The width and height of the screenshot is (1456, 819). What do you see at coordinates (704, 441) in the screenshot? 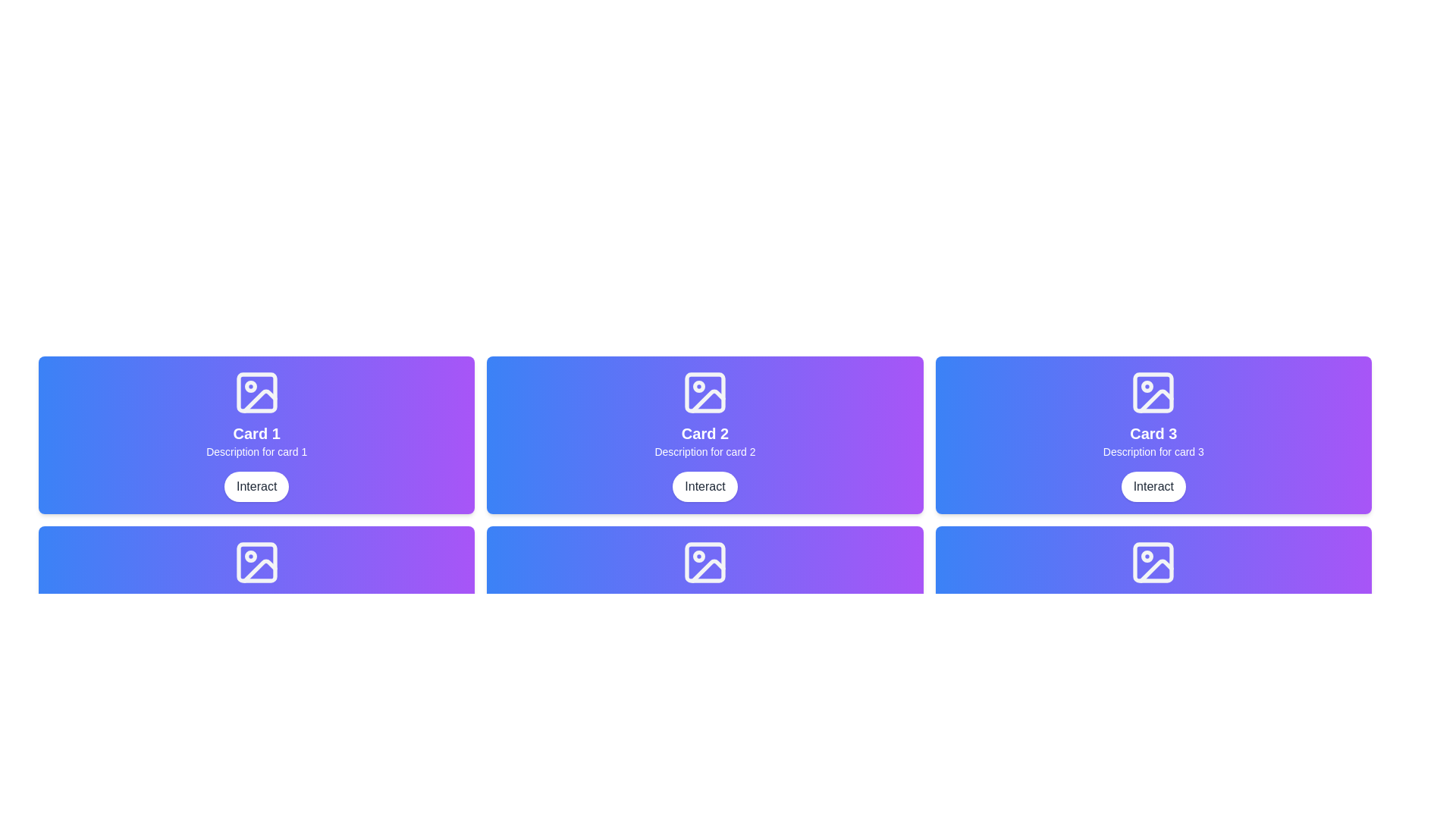
I see `the multi-line text display located in the middle card of three horizontal cards, positioned below an icon and above the 'Interact' button` at bounding box center [704, 441].